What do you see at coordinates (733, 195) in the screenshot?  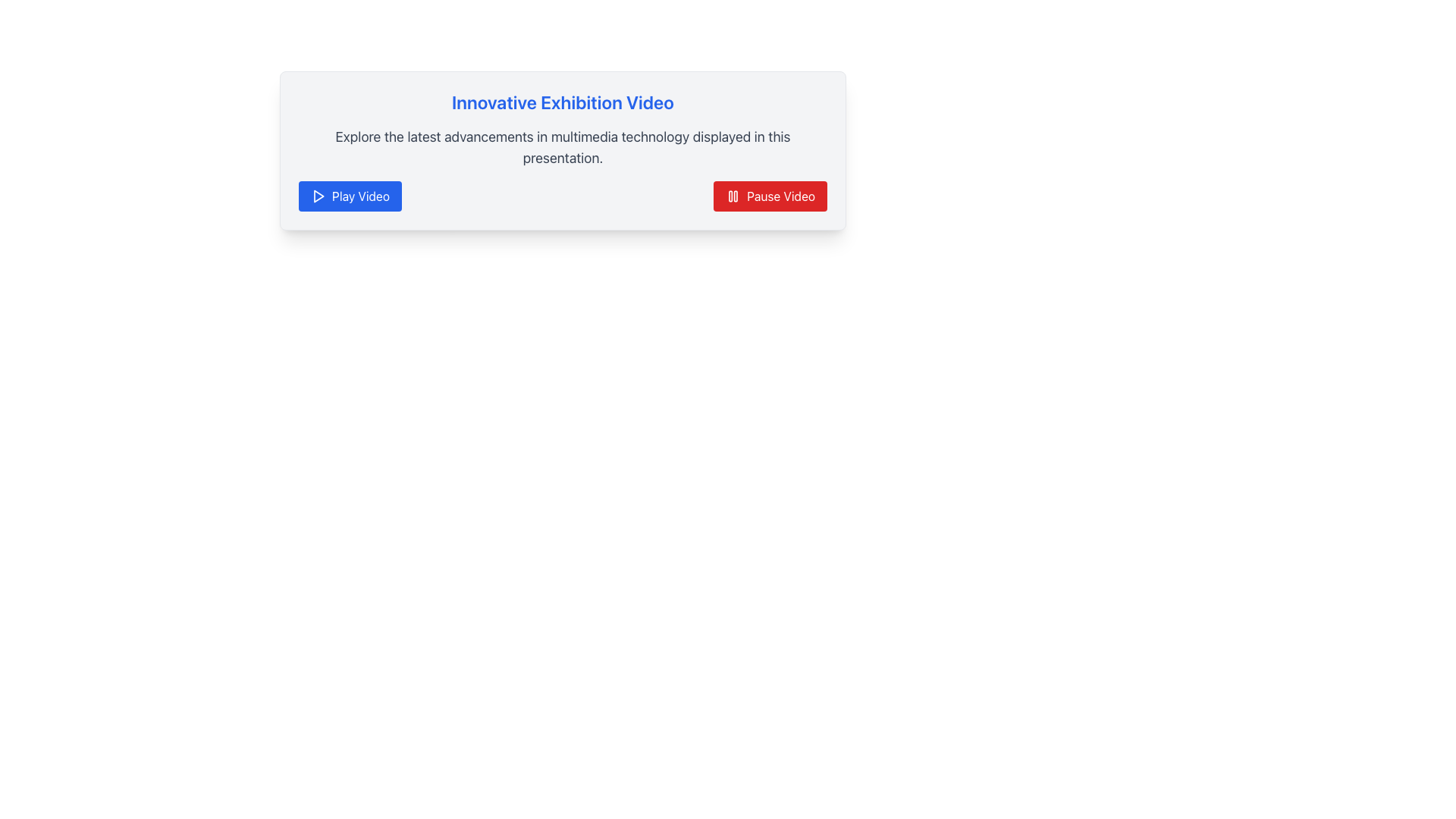 I see `the pause icon indicating the pause functionality for the video player, which is located within the 'Pause Video' button` at bounding box center [733, 195].